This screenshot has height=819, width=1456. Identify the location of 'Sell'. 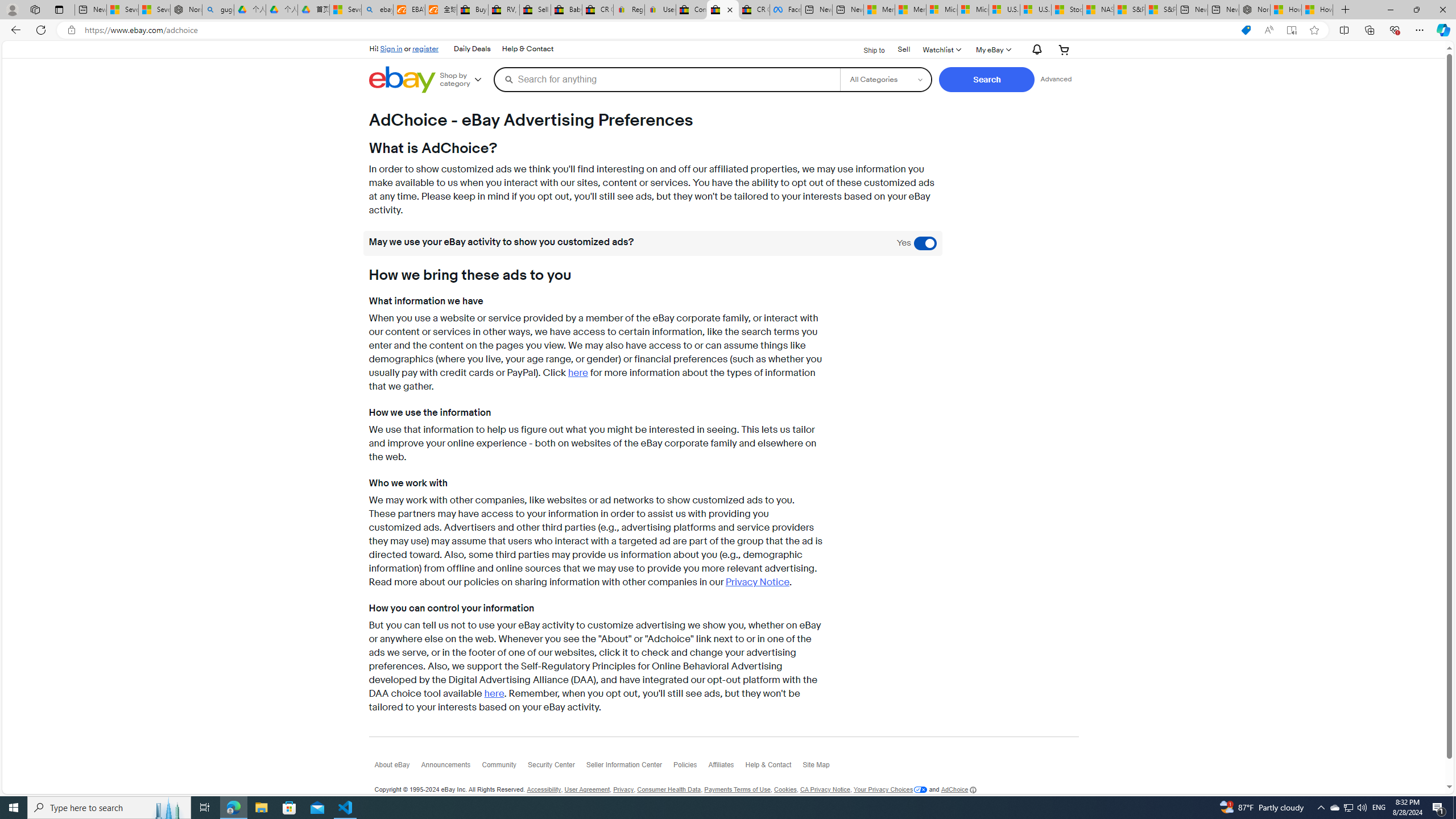
(904, 48).